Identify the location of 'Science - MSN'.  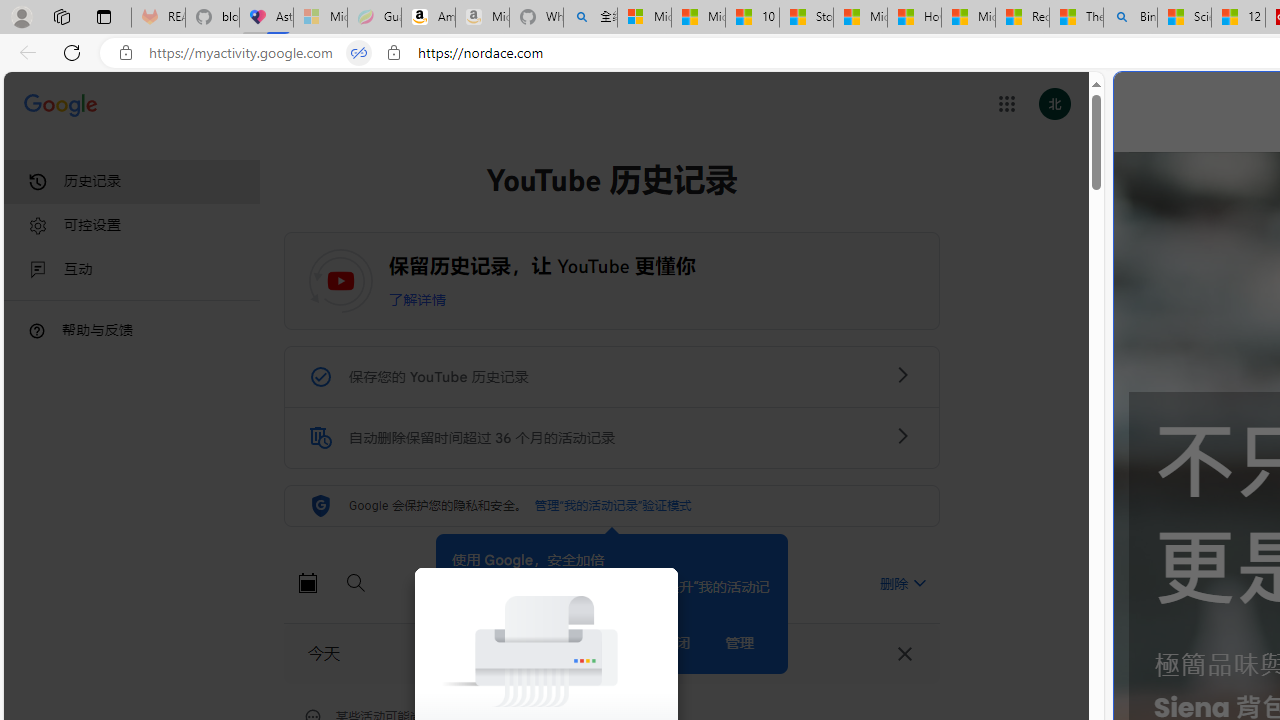
(1184, 17).